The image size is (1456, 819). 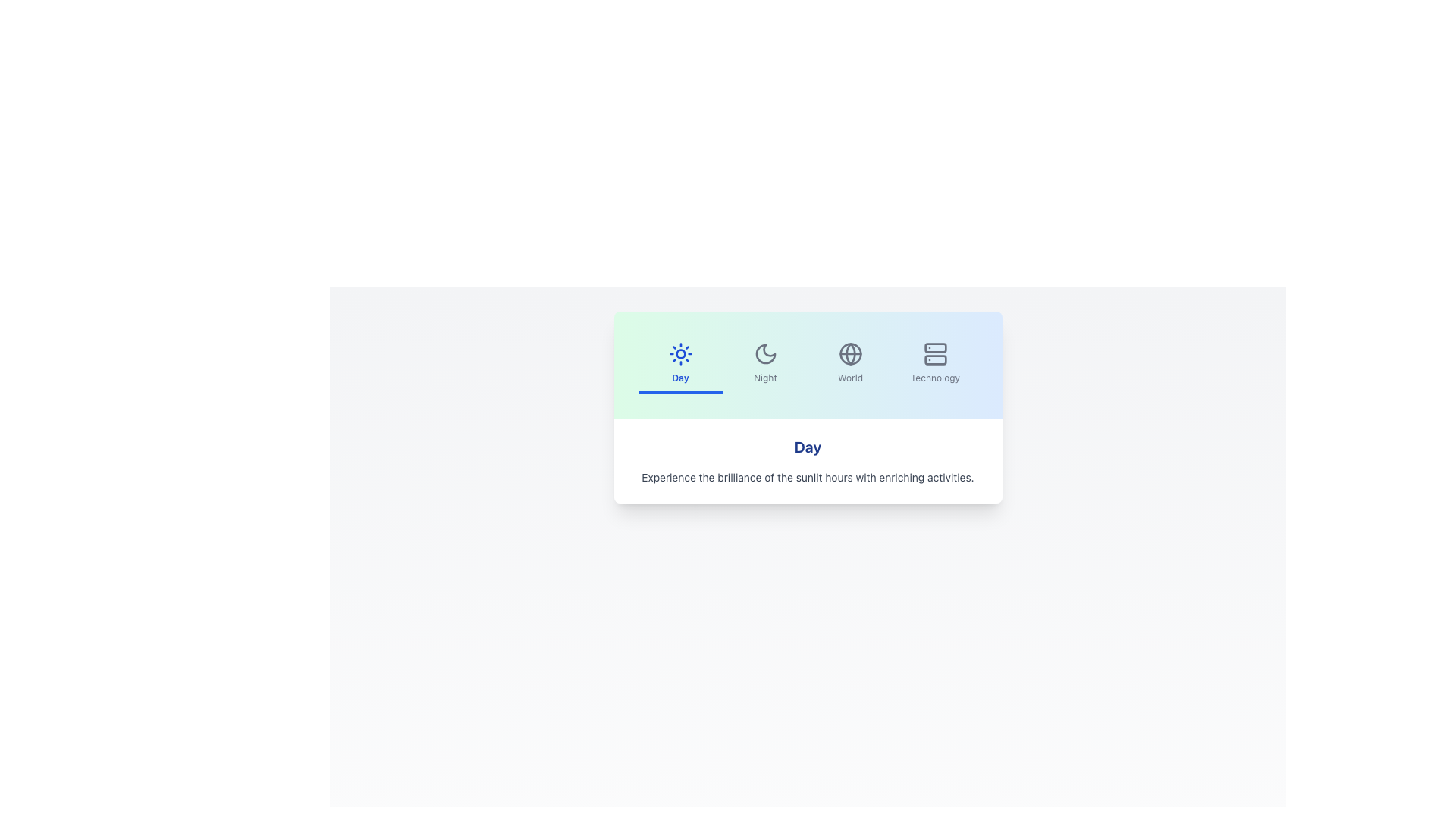 I want to click on the 'Night' tab item, which is a selectable tab with a crescent moon icon and gray label, positioned between the 'Day' and 'World' tabs, so click(x=765, y=365).